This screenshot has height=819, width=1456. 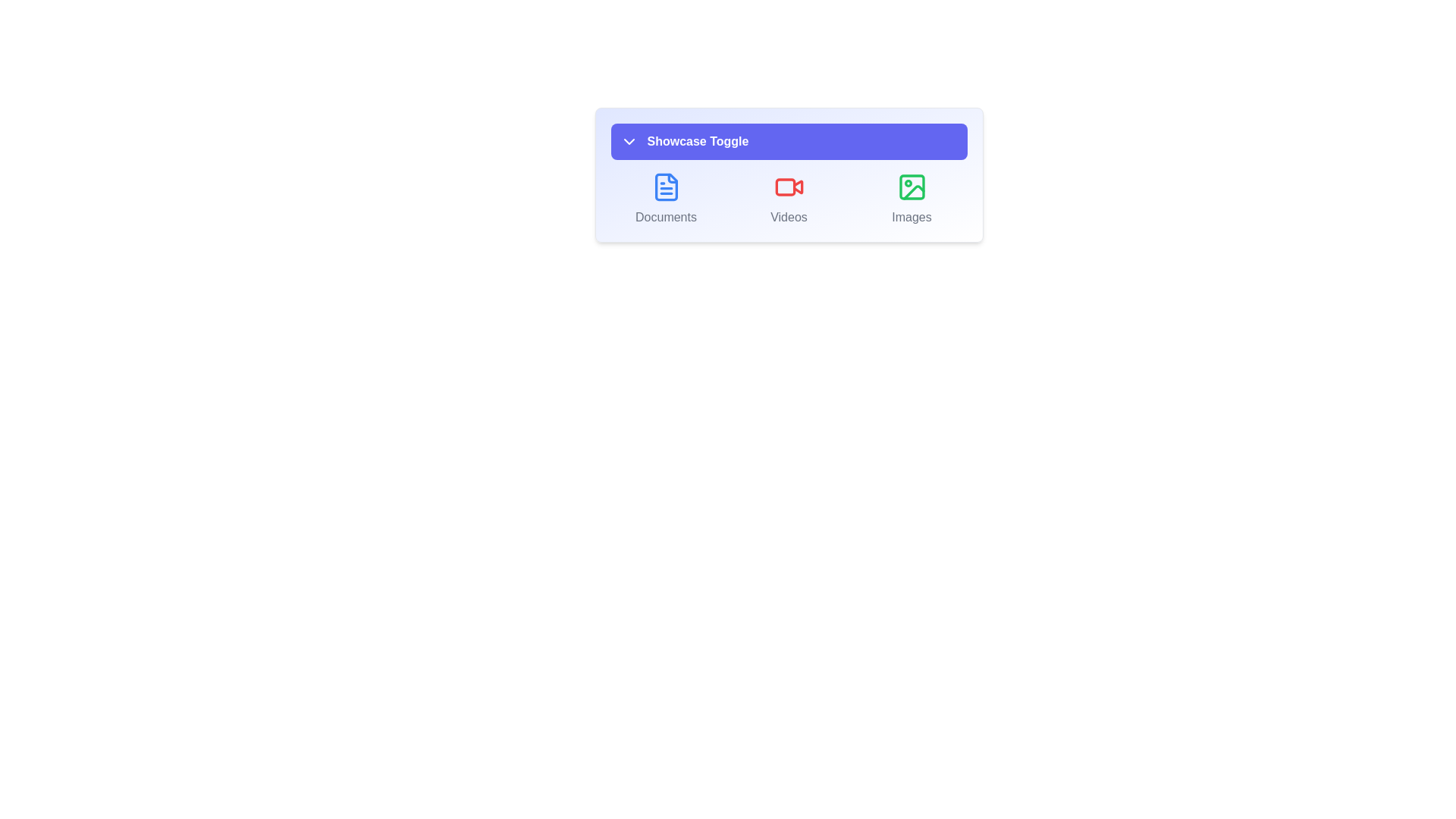 What do you see at coordinates (666, 217) in the screenshot?
I see `static text label that is located at the bottom-center of the group, immediately below the document icon` at bounding box center [666, 217].